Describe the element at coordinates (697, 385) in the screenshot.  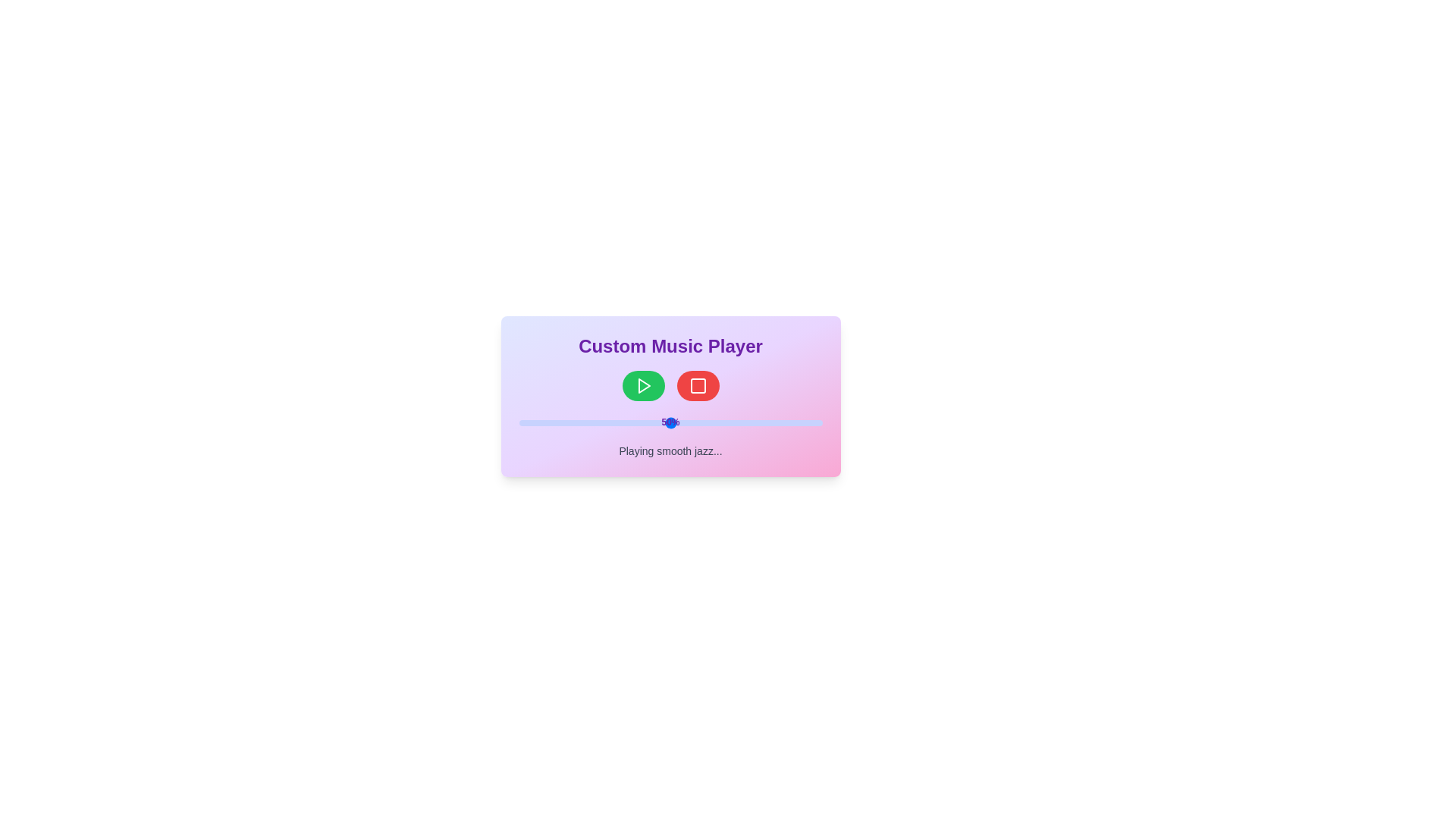
I see `the stop button located in the middle section of the music player interface, positioned to the right of the play button` at that location.